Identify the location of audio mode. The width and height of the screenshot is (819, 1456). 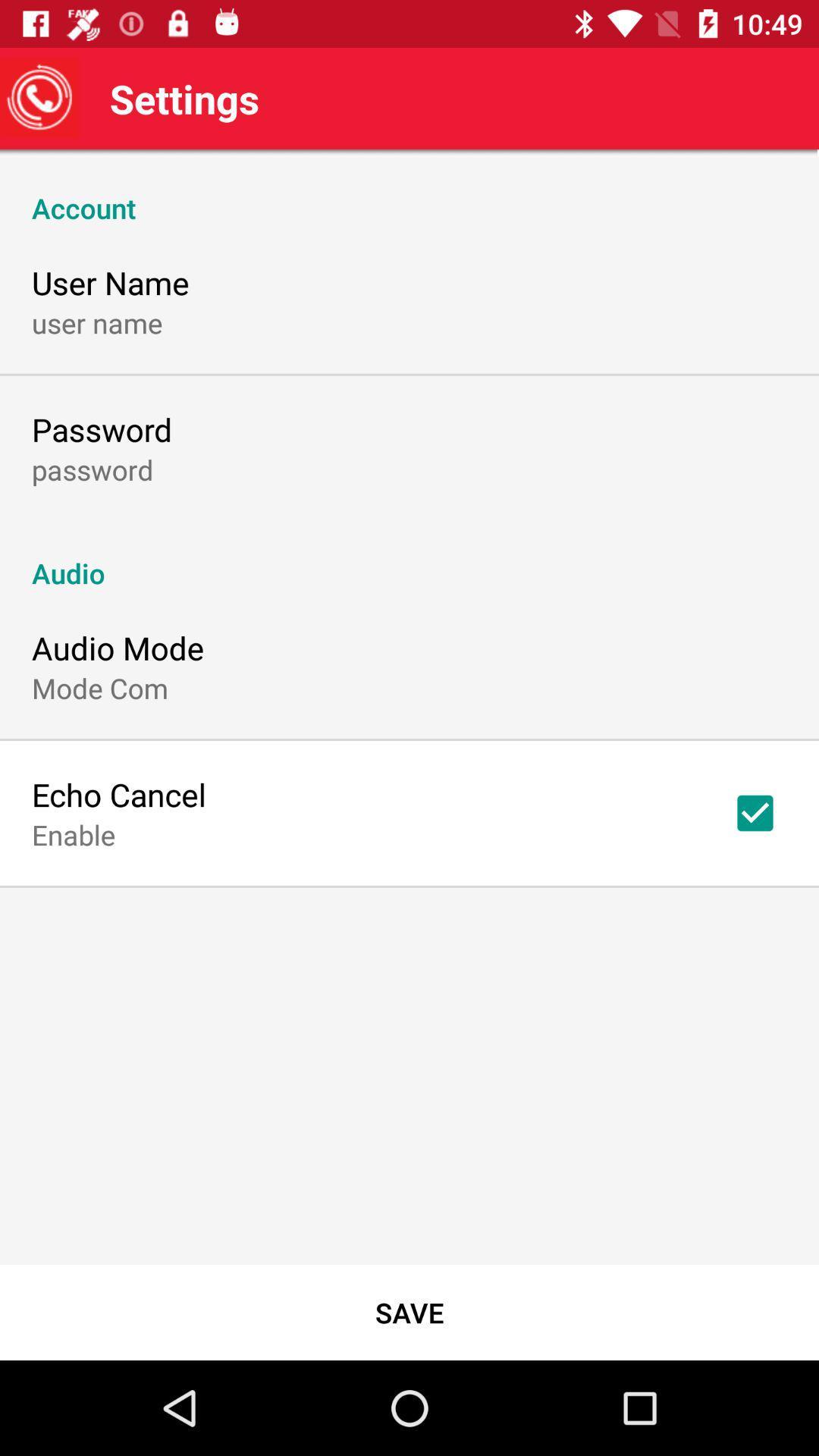
(117, 648).